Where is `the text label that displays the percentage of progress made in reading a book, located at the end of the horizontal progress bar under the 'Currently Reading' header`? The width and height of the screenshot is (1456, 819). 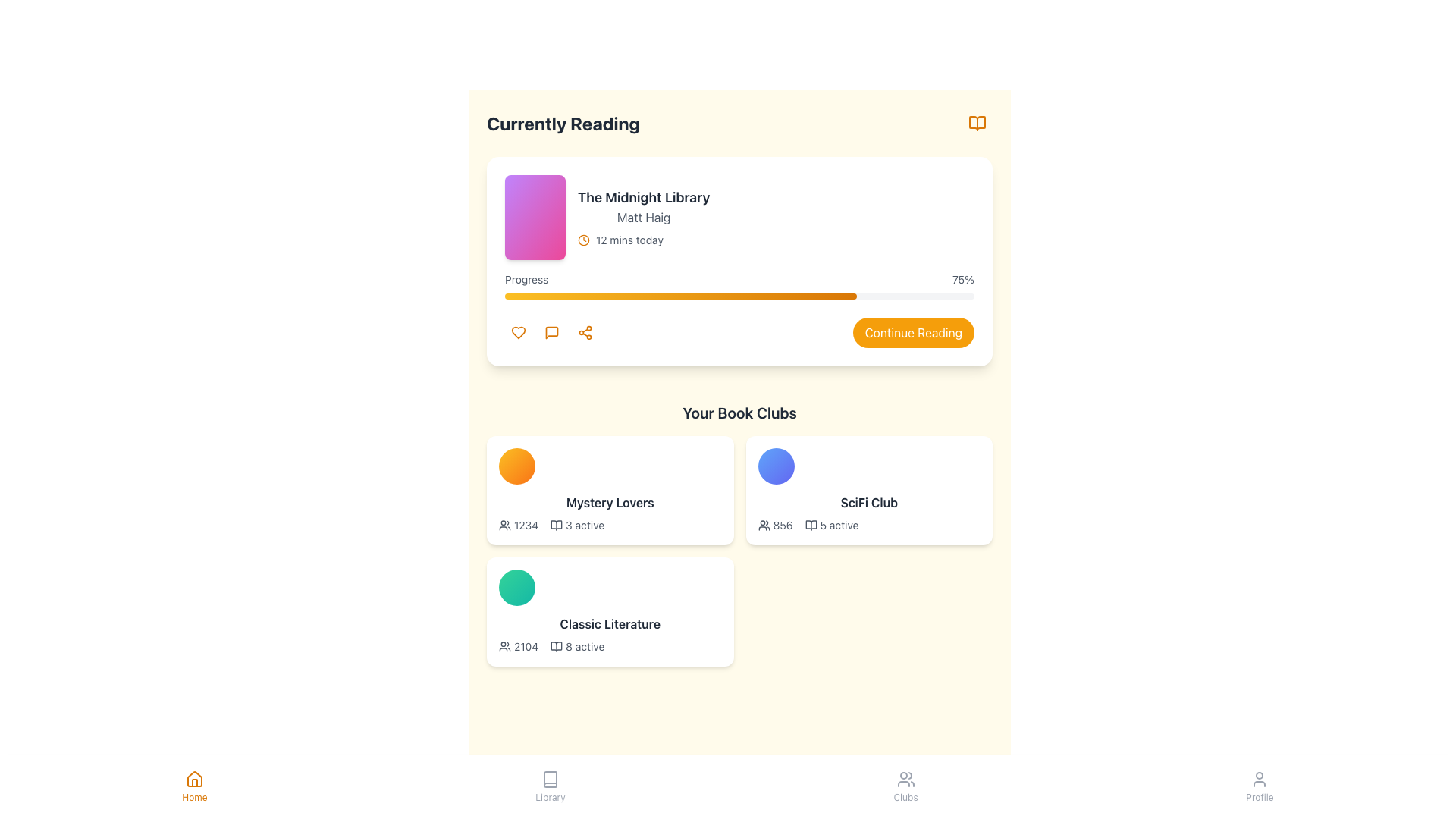
the text label that displays the percentage of progress made in reading a book, located at the end of the horizontal progress bar under the 'Currently Reading' header is located at coordinates (962, 280).